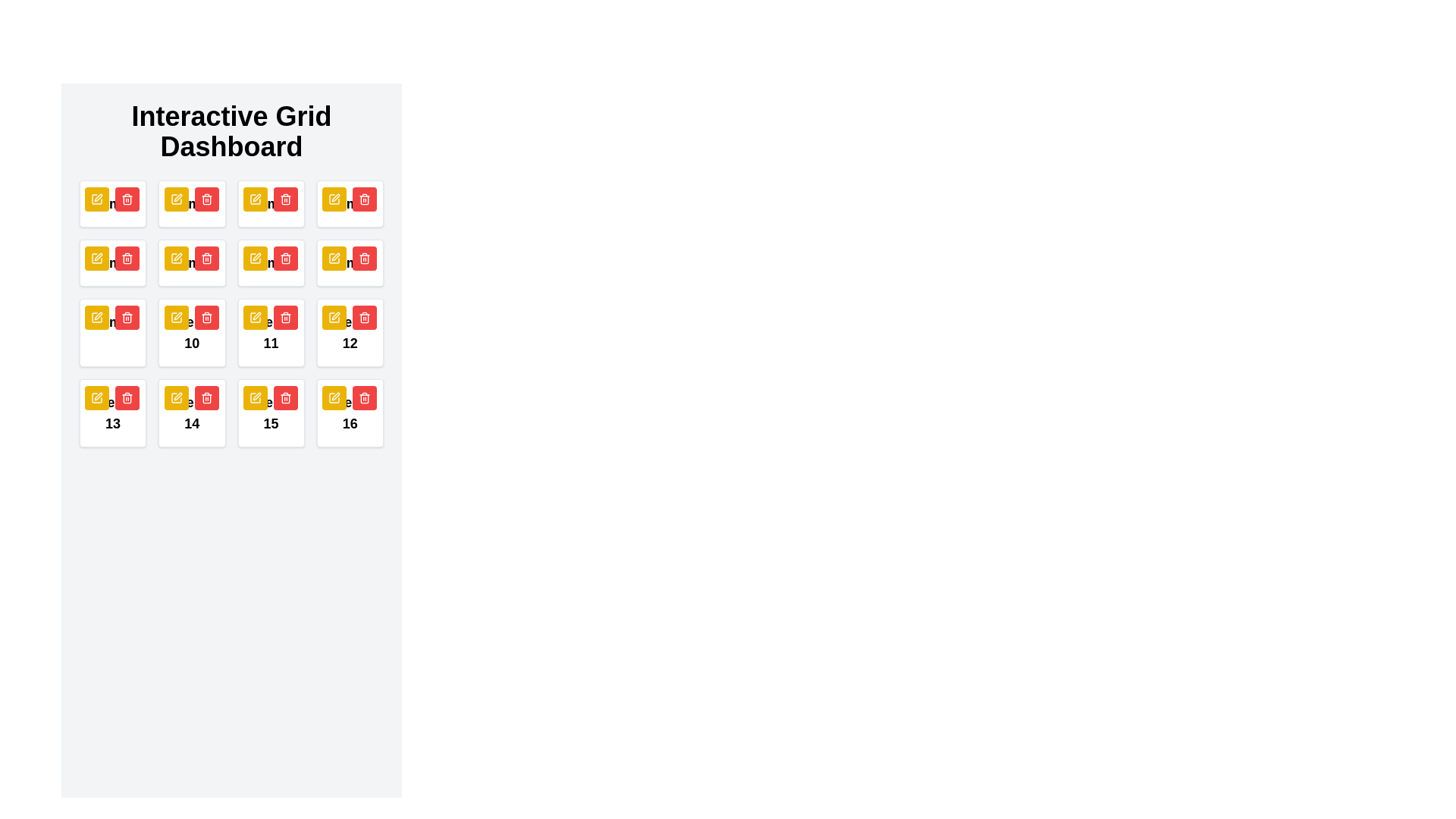  Describe the element at coordinates (112, 262) in the screenshot. I see `the edit button located on the fifth card in the second row of the 'Interactive Grid Dashboard' to initiate editing` at that location.